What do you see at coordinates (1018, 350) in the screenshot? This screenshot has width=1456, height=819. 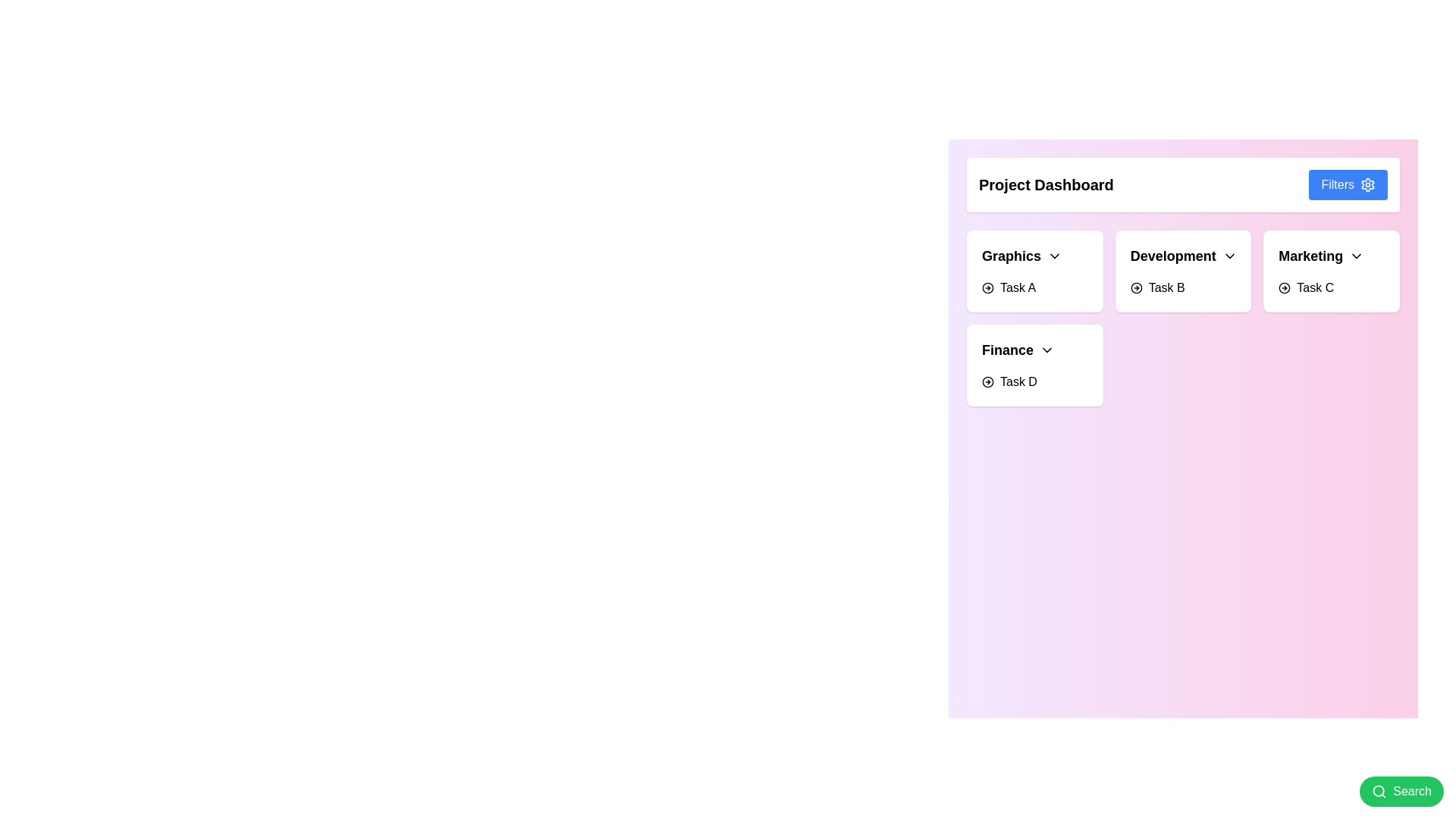 I see `the Finance dropdown menu label` at bounding box center [1018, 350].